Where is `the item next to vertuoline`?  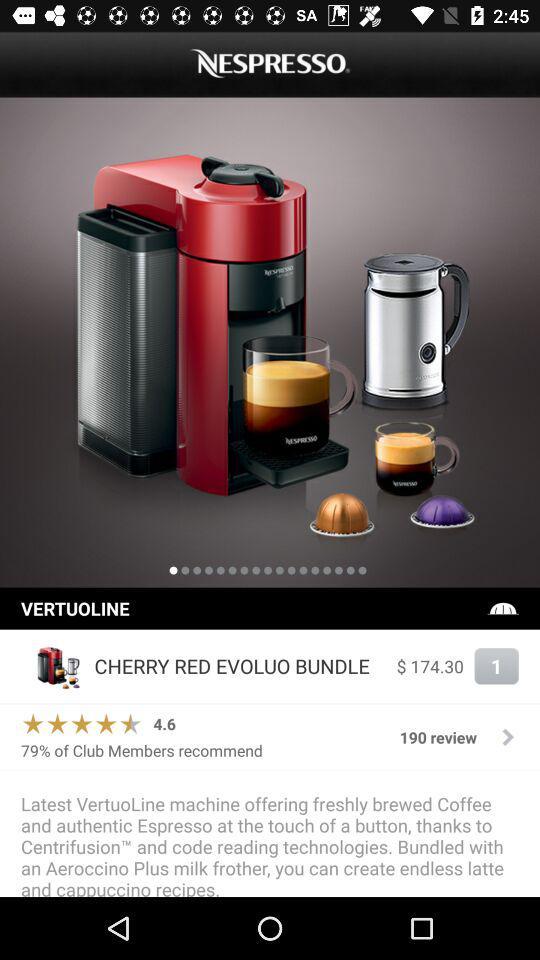 the item next to vertuoline is located at coordinates (502, 607).